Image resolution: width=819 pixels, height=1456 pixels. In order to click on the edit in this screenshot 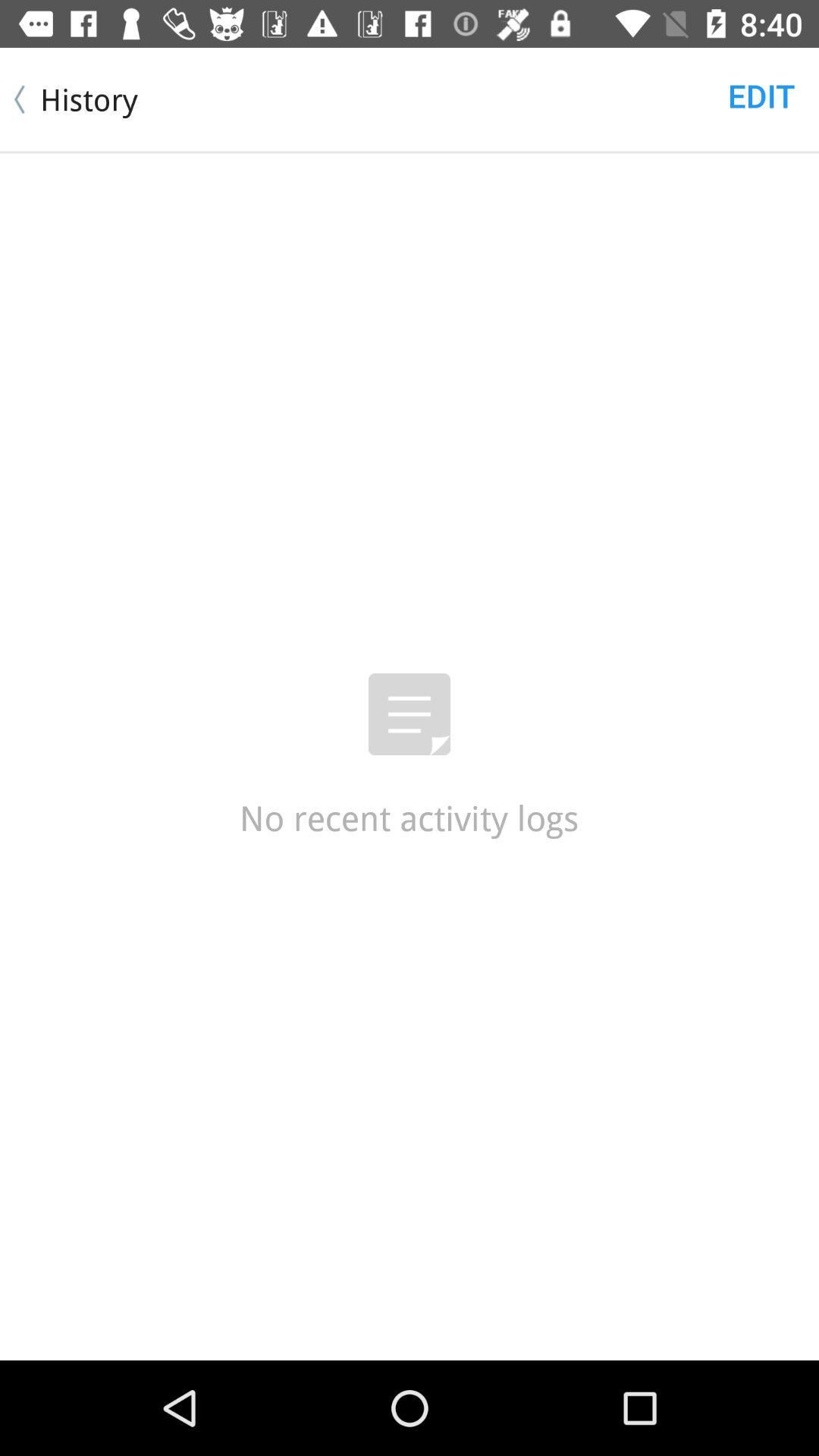, I will do `click(761, 94)`.